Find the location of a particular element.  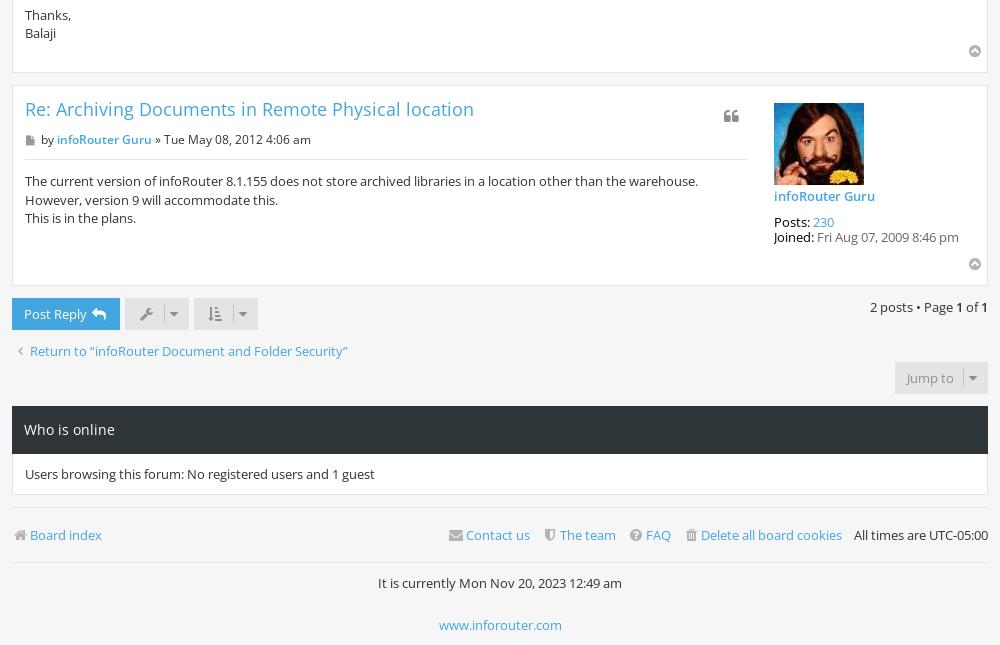

'Board index' is located at coordinates (65, 535).